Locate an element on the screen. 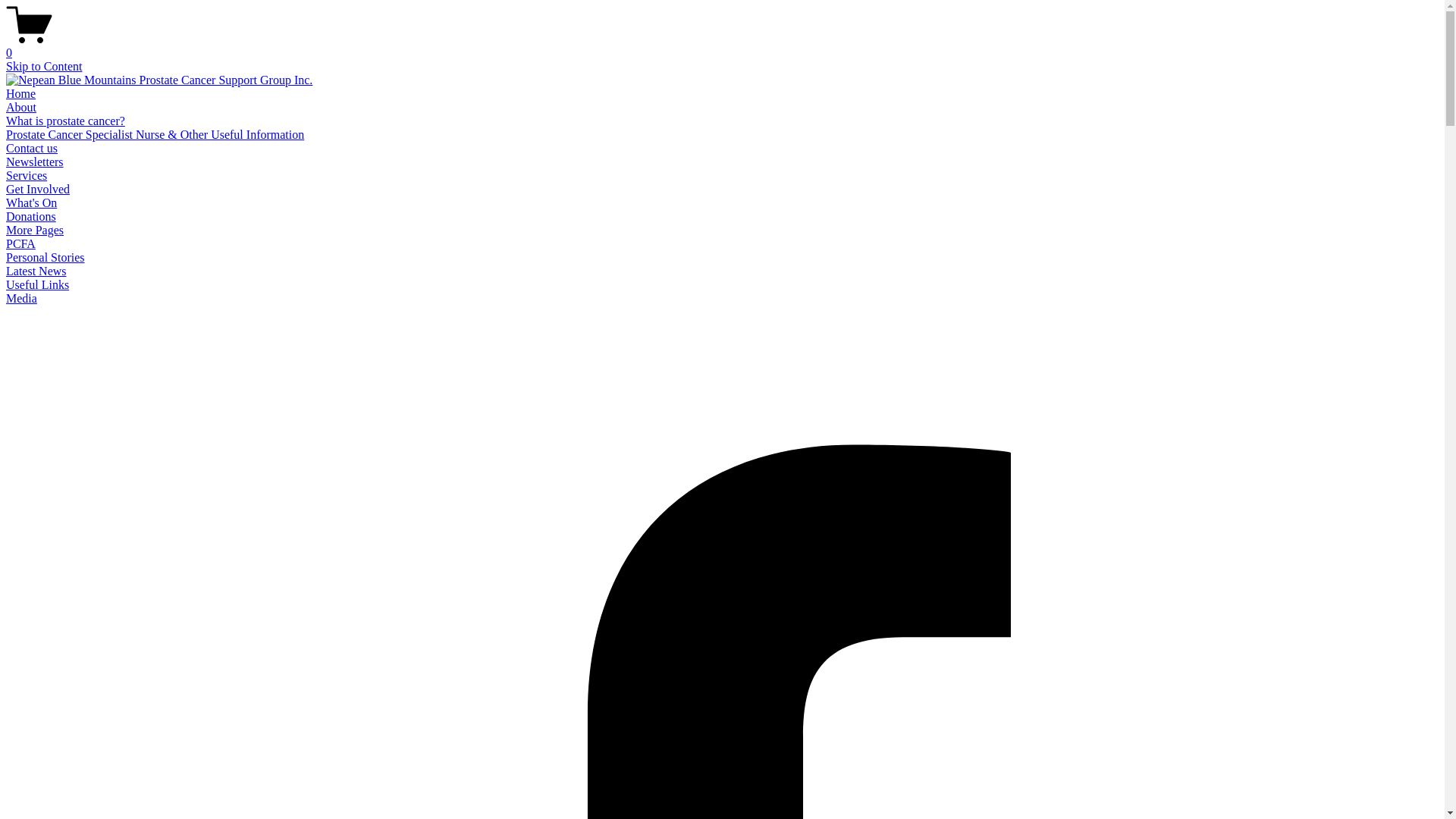 The height and width of the screenshot is (819, 1456). 'Donations' is located at coordinates (31, 216).